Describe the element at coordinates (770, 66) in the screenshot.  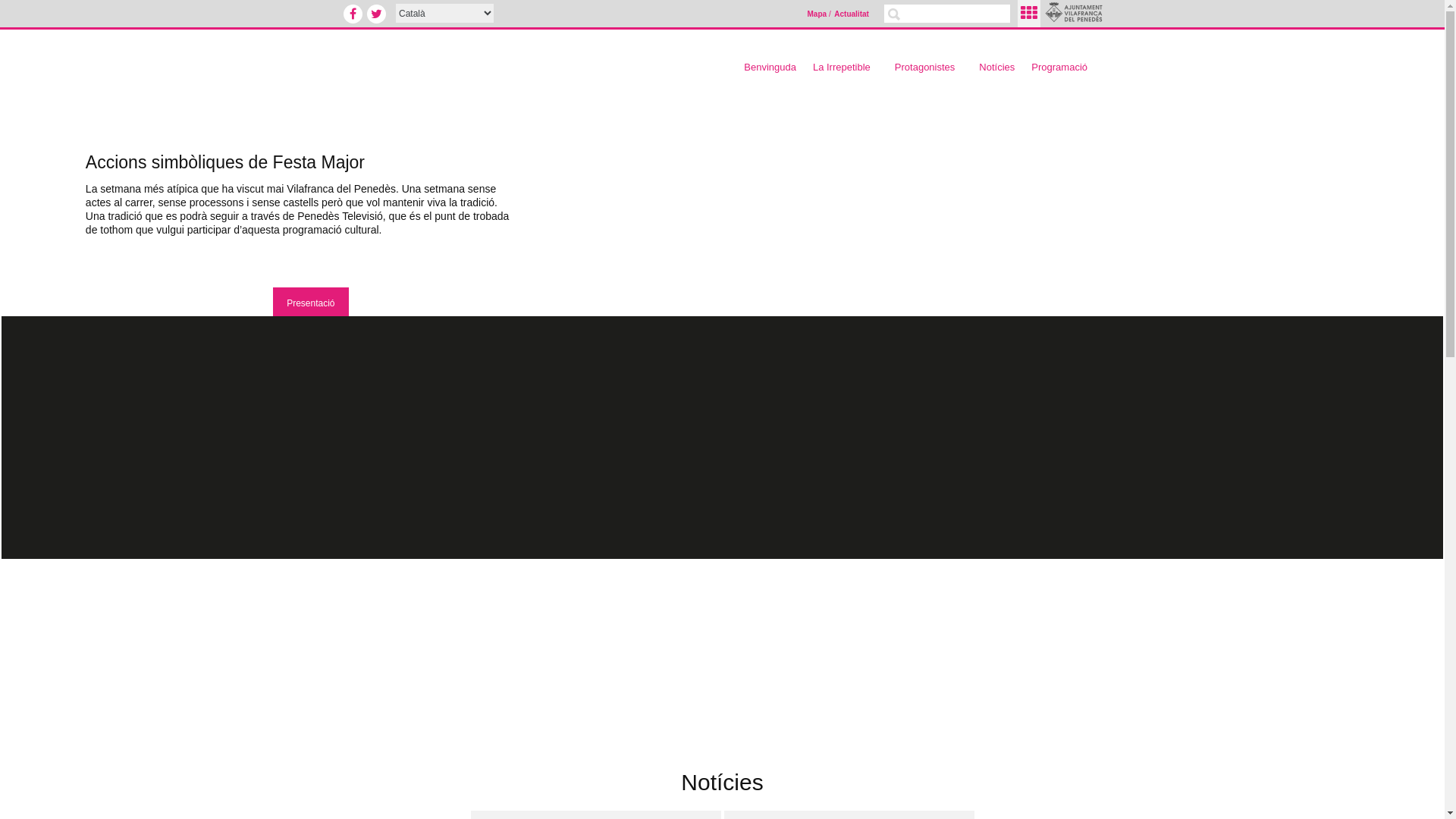
I see `'Benvinguda'` at that location.